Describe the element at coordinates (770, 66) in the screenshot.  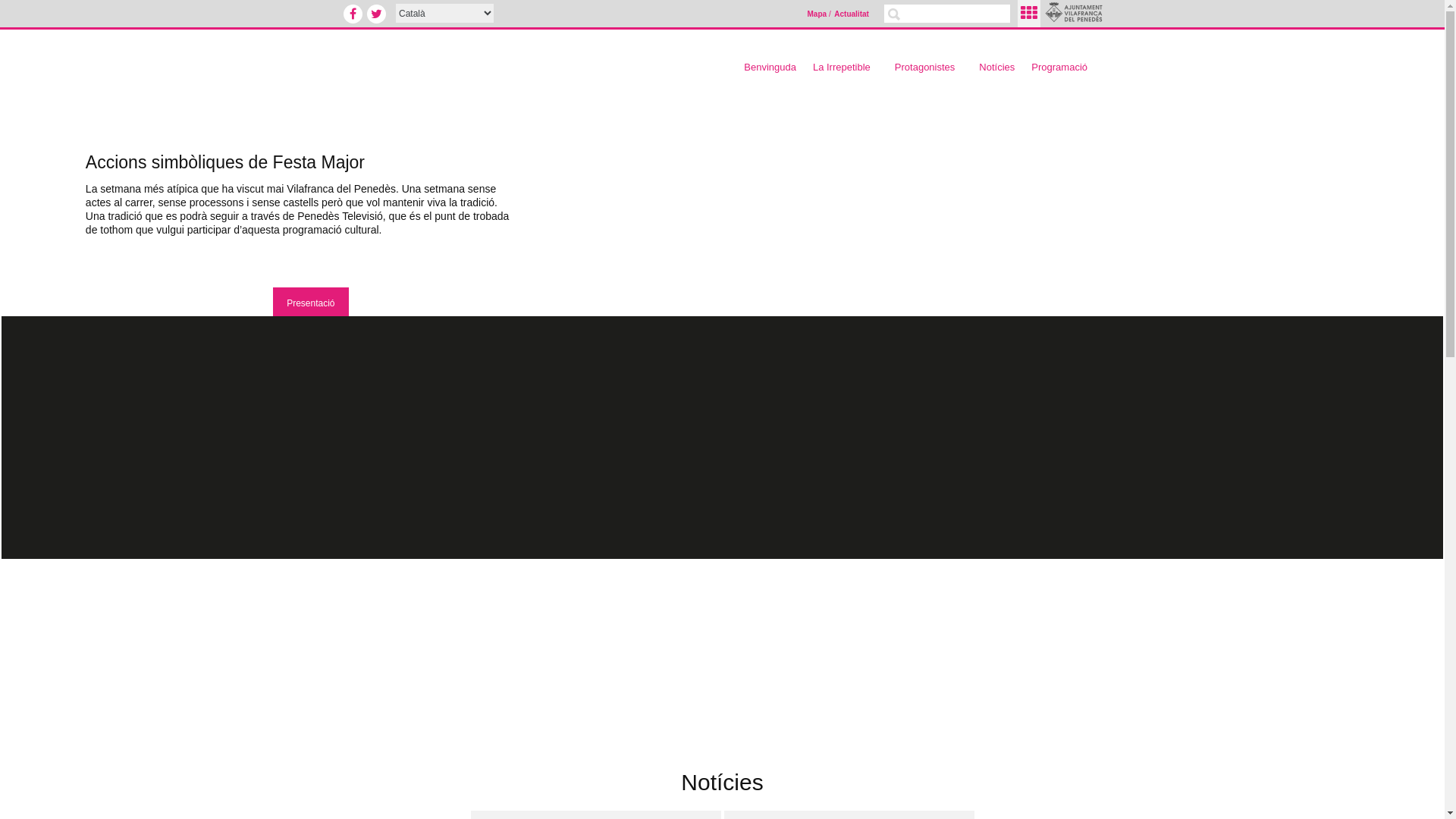
I see `'Benvinguda'` at that location.